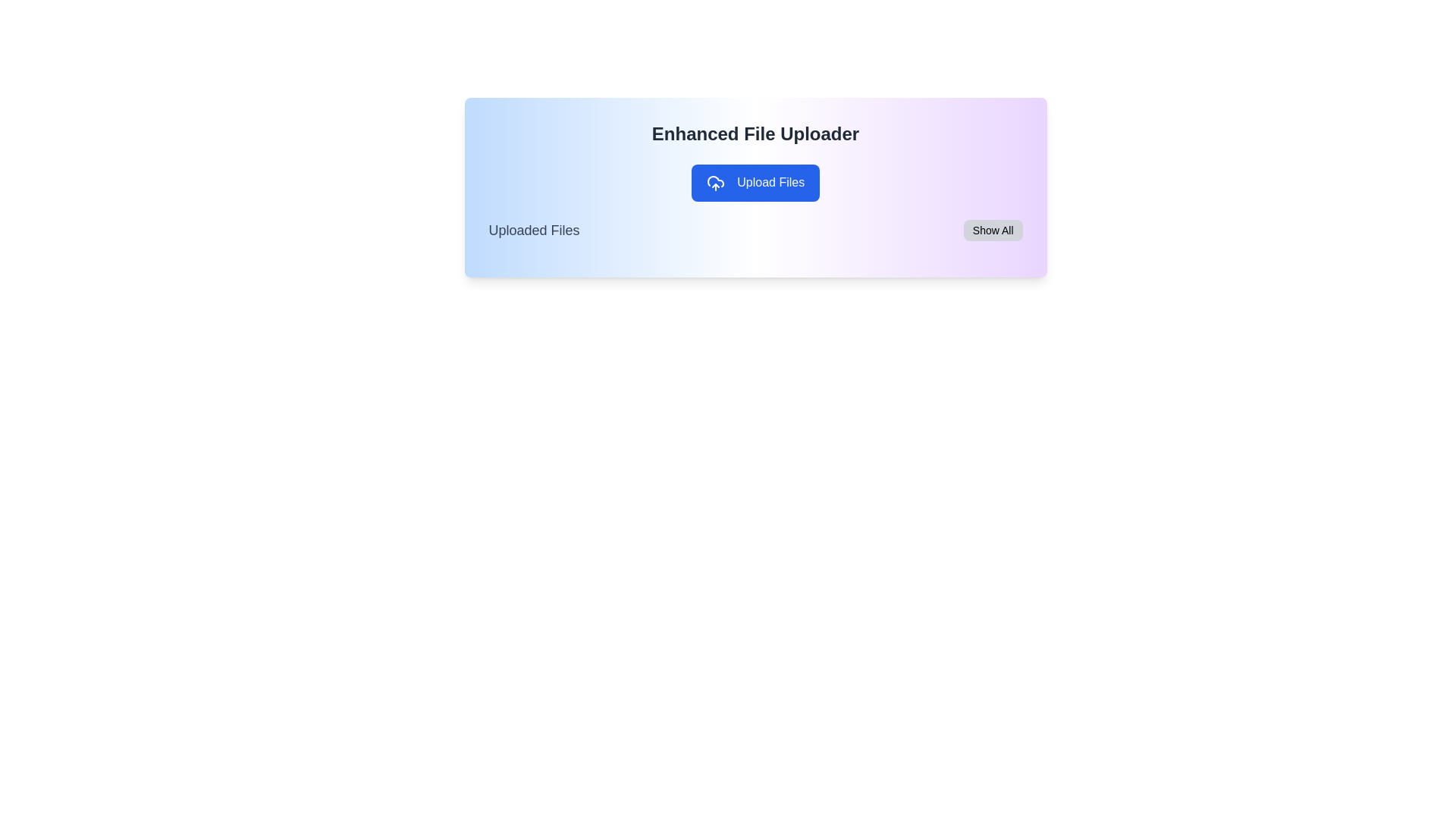  I want to click on the label or text header indicating the section for uploaded files, positioned in the bottom-left corner of the interface, relative to the 'Show All' button, so click(534, 230).